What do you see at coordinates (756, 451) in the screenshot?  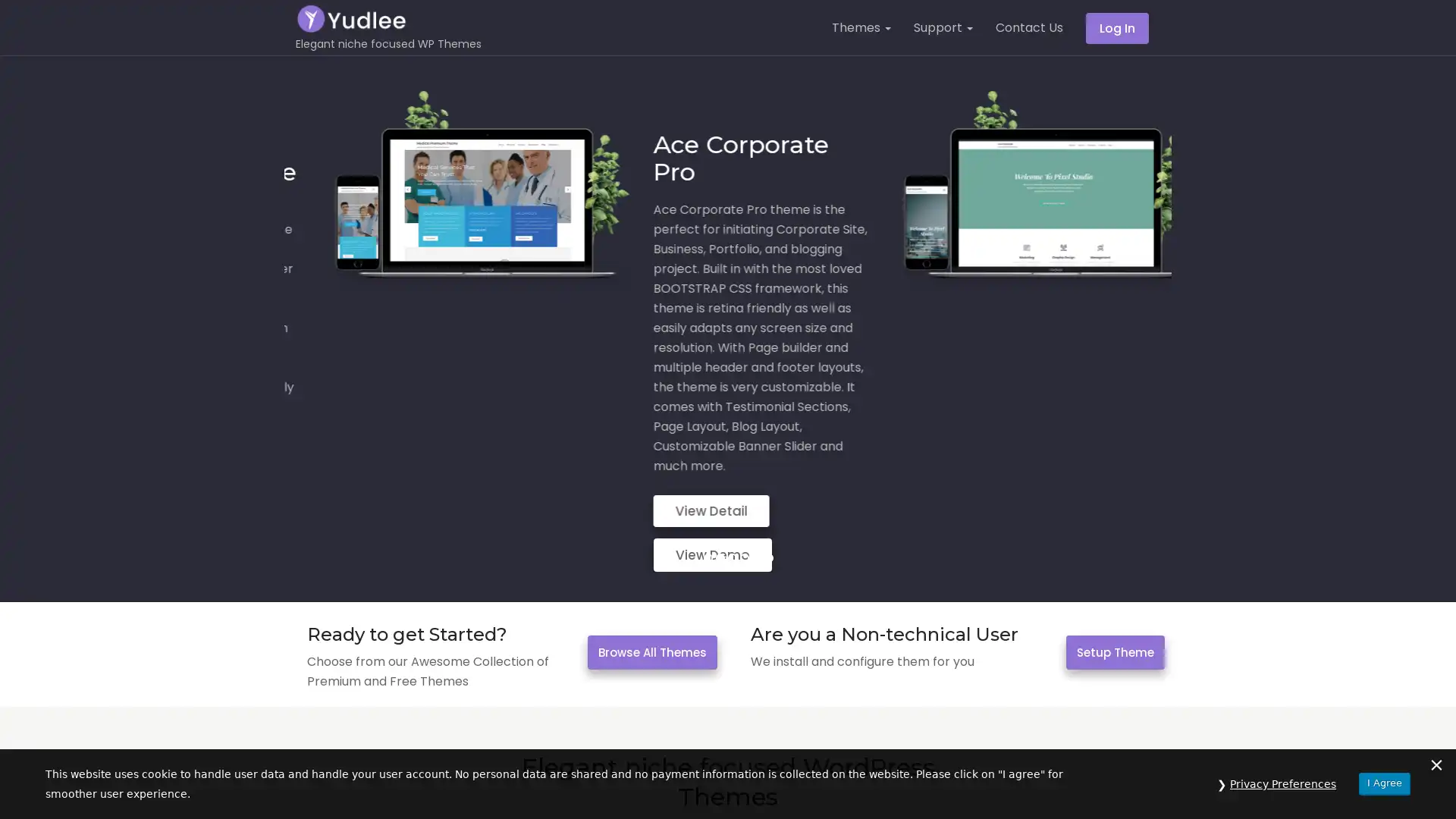 I see `5` at bounding box center [756, 451].